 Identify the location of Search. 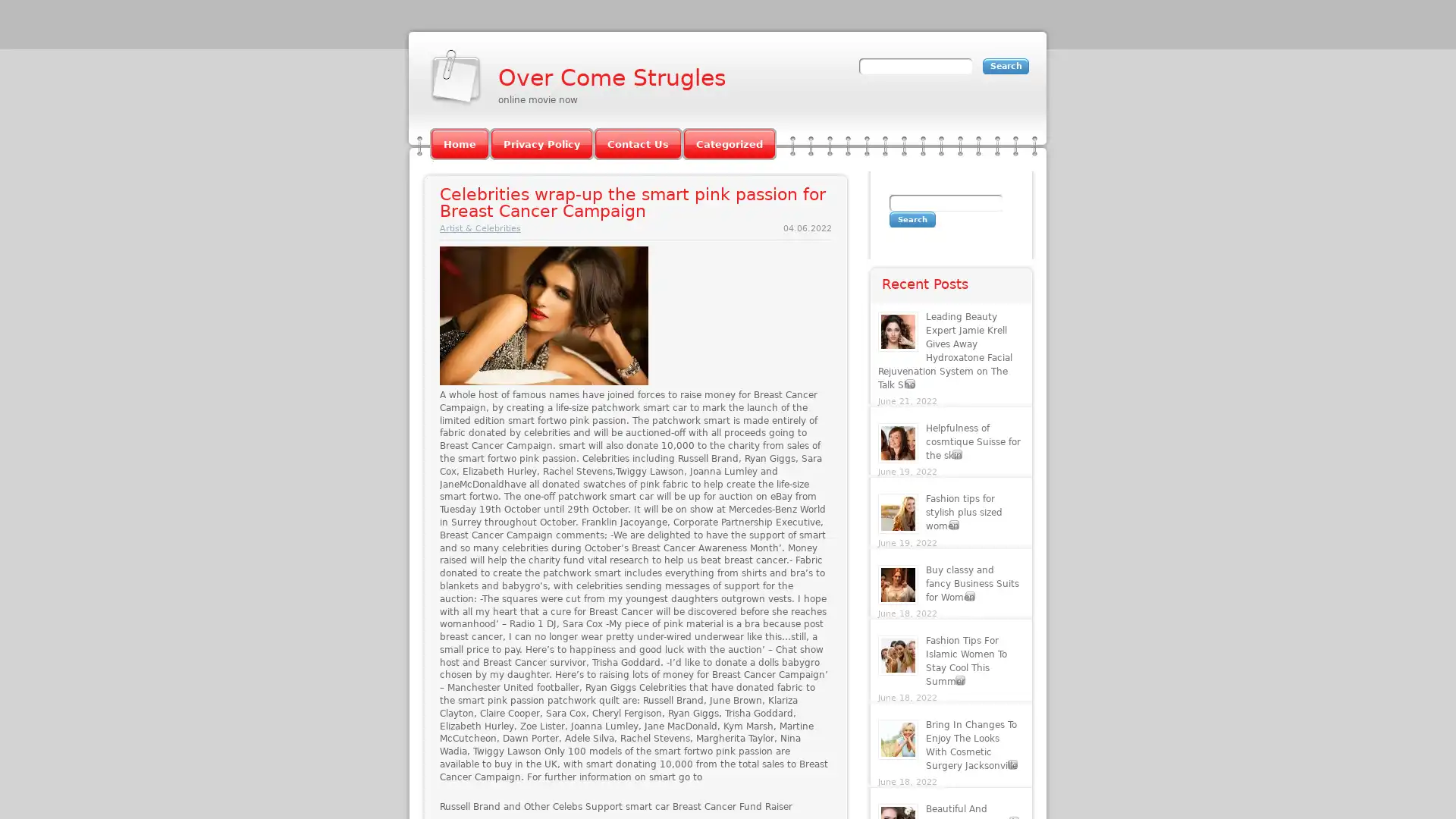
(1006, 65).